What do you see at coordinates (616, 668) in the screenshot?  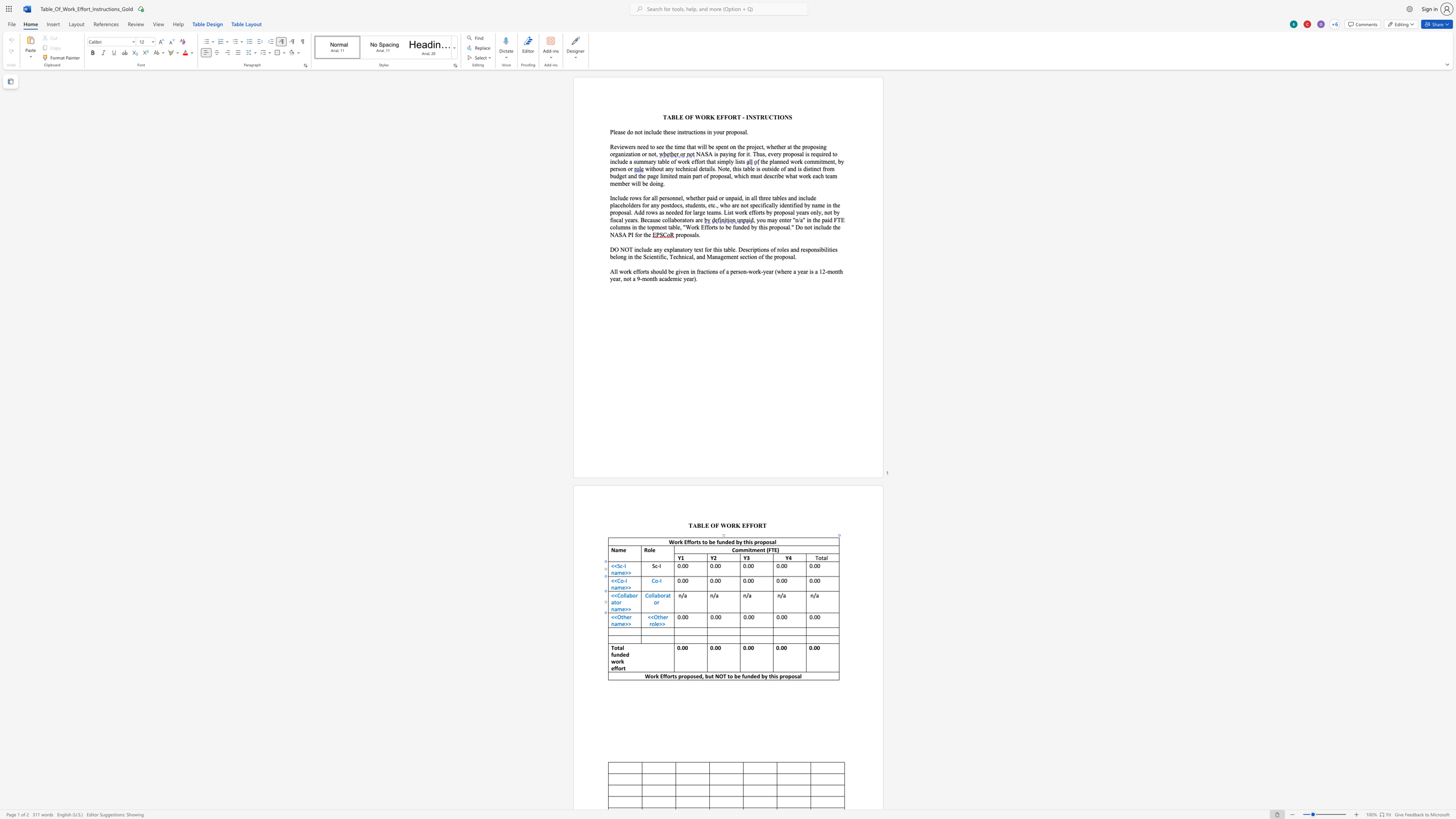 I see `the space between the continuous character "f" and "f" in the text` at bounding box center [616, 668].